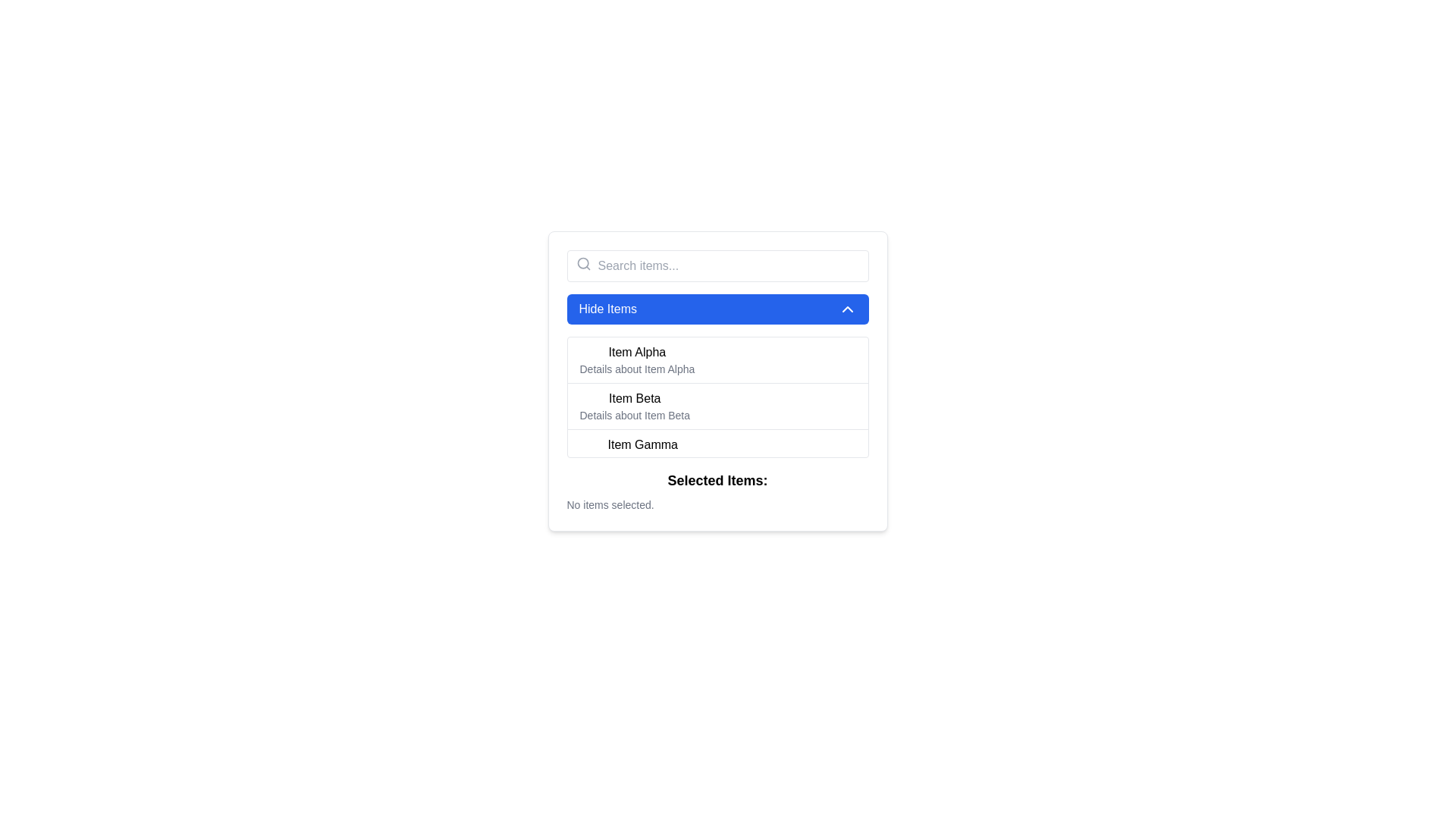  I want to click on the main label for 'Item Beta' which is located as the first line of the second item in a vertical list, positioned between 'Item Alpha' and 'Item Gamma', so click(635, 397).